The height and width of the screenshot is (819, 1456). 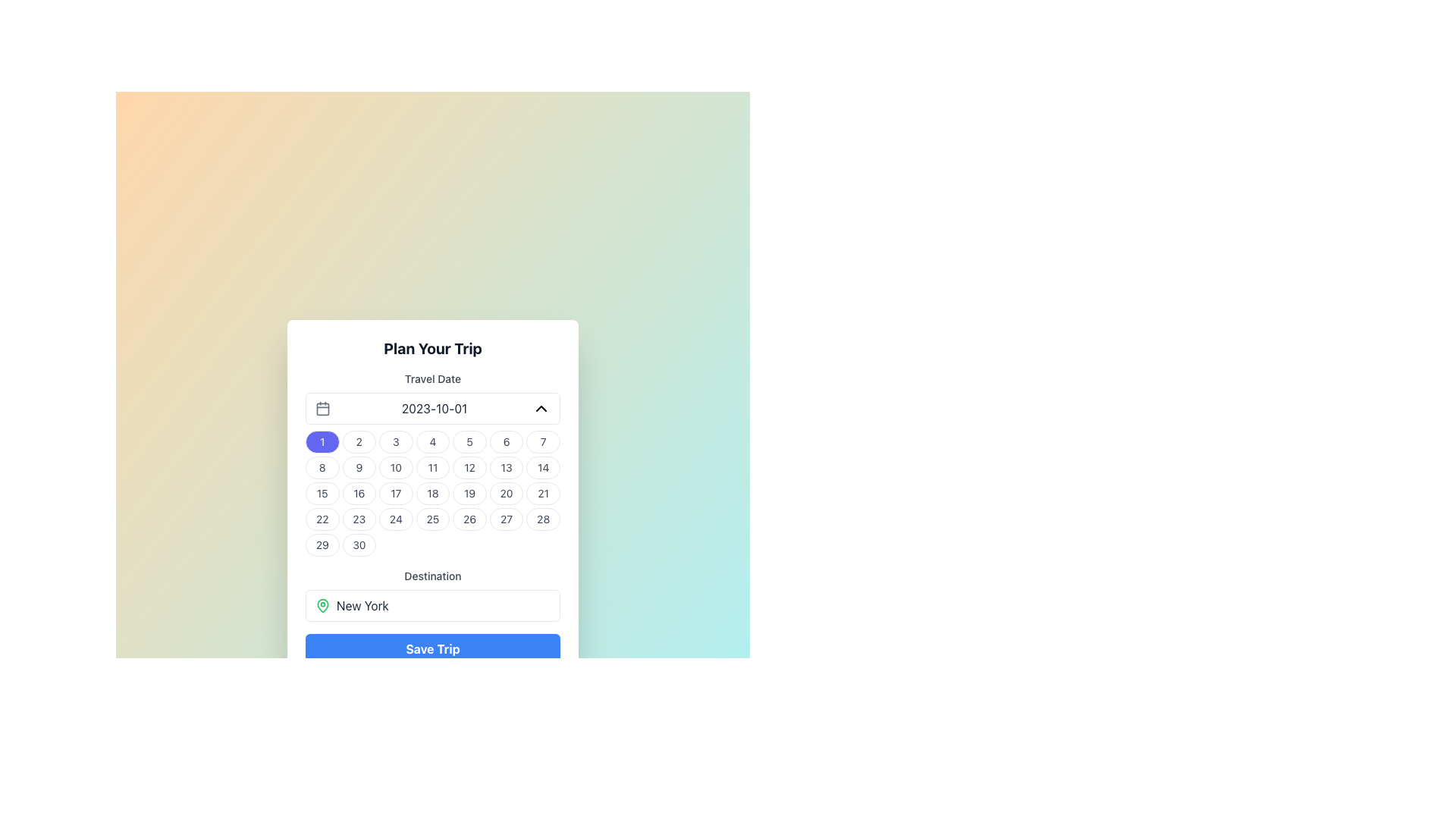 I want to click on the sixth button in the graphical calendar interface, so click(x=506, y=441).